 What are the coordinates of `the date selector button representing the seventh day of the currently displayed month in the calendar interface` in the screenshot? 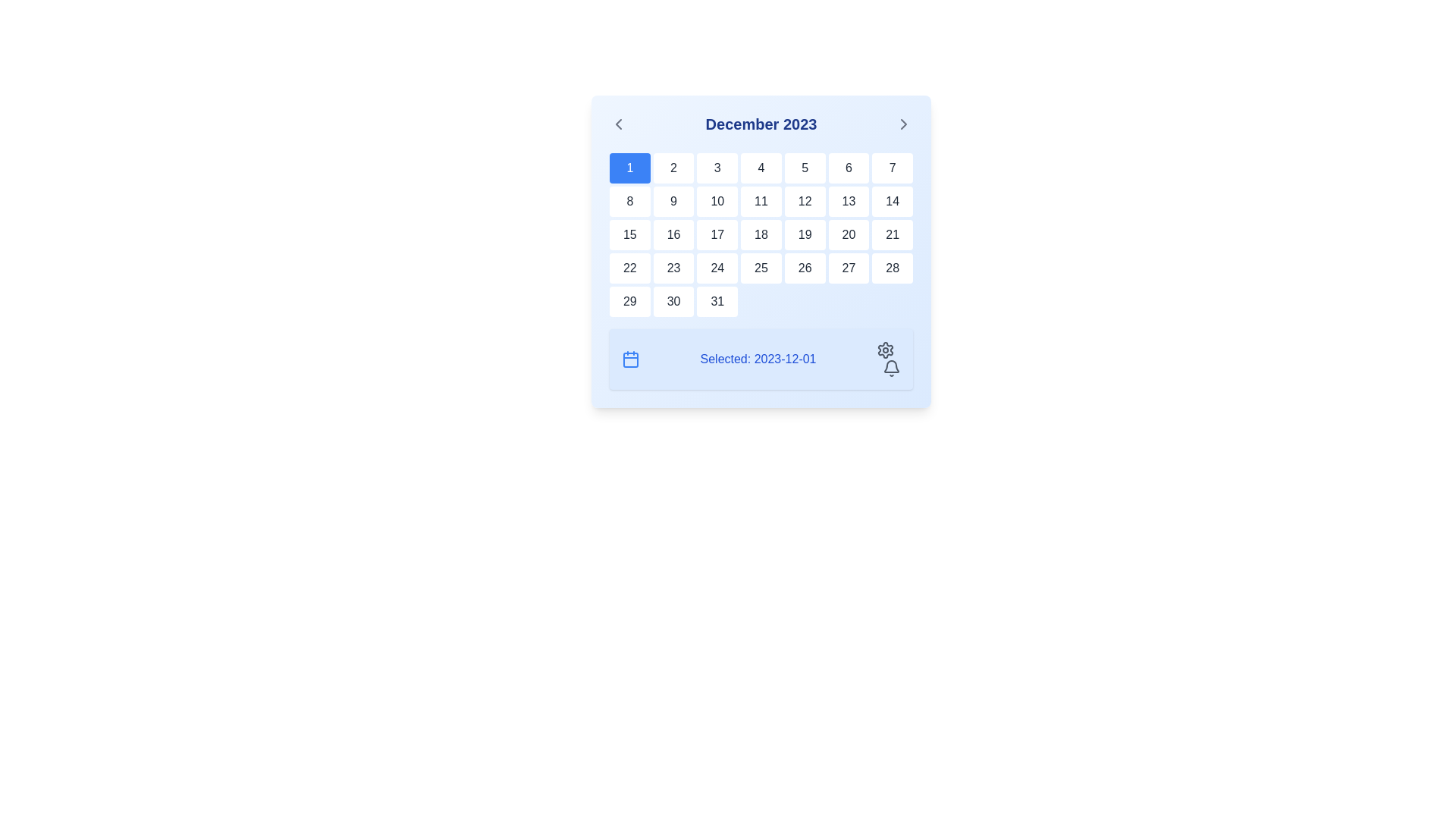 It's located at (893, 168).